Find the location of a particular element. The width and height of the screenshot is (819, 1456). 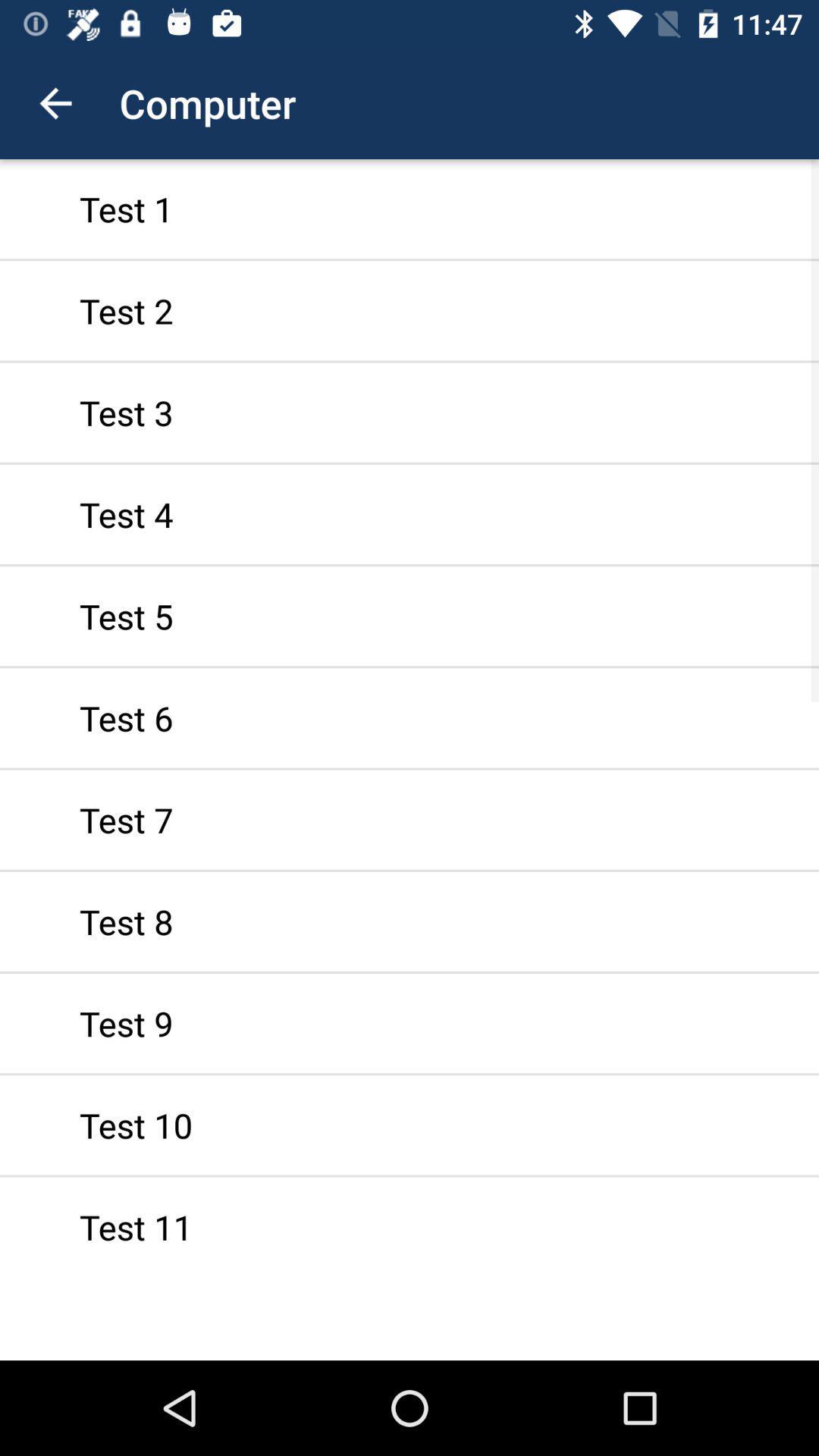

the item below the test 6 icon is located at coordinates (409, 819).